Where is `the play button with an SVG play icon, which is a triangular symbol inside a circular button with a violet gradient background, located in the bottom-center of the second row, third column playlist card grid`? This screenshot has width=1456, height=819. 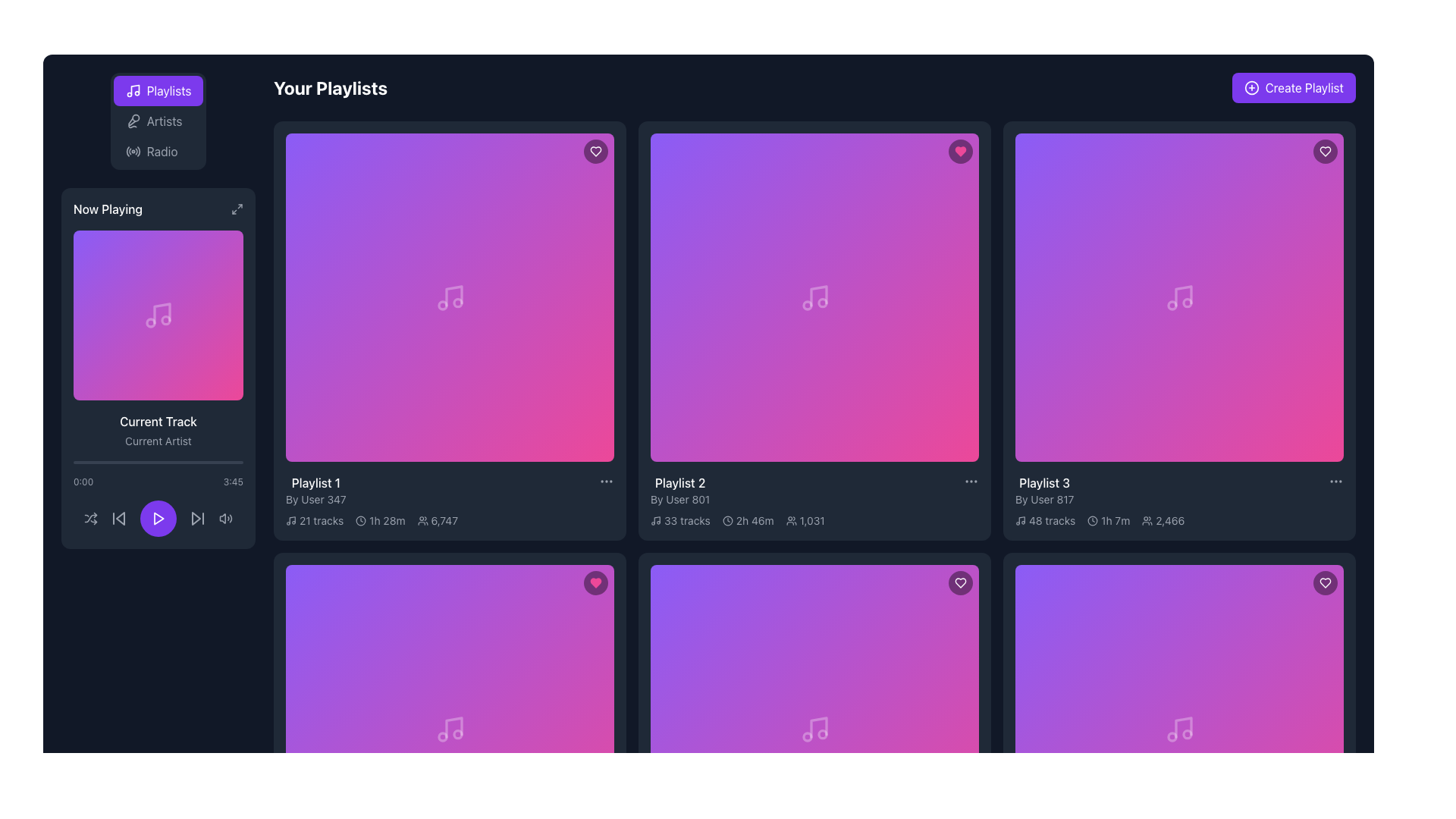
the play button with an SVG play icon, which is a triangular symbol inside a circular button with a violet gradient background, located in the bottom-center of the second row, third column playlist card grid is located at coordinates (449, 728).